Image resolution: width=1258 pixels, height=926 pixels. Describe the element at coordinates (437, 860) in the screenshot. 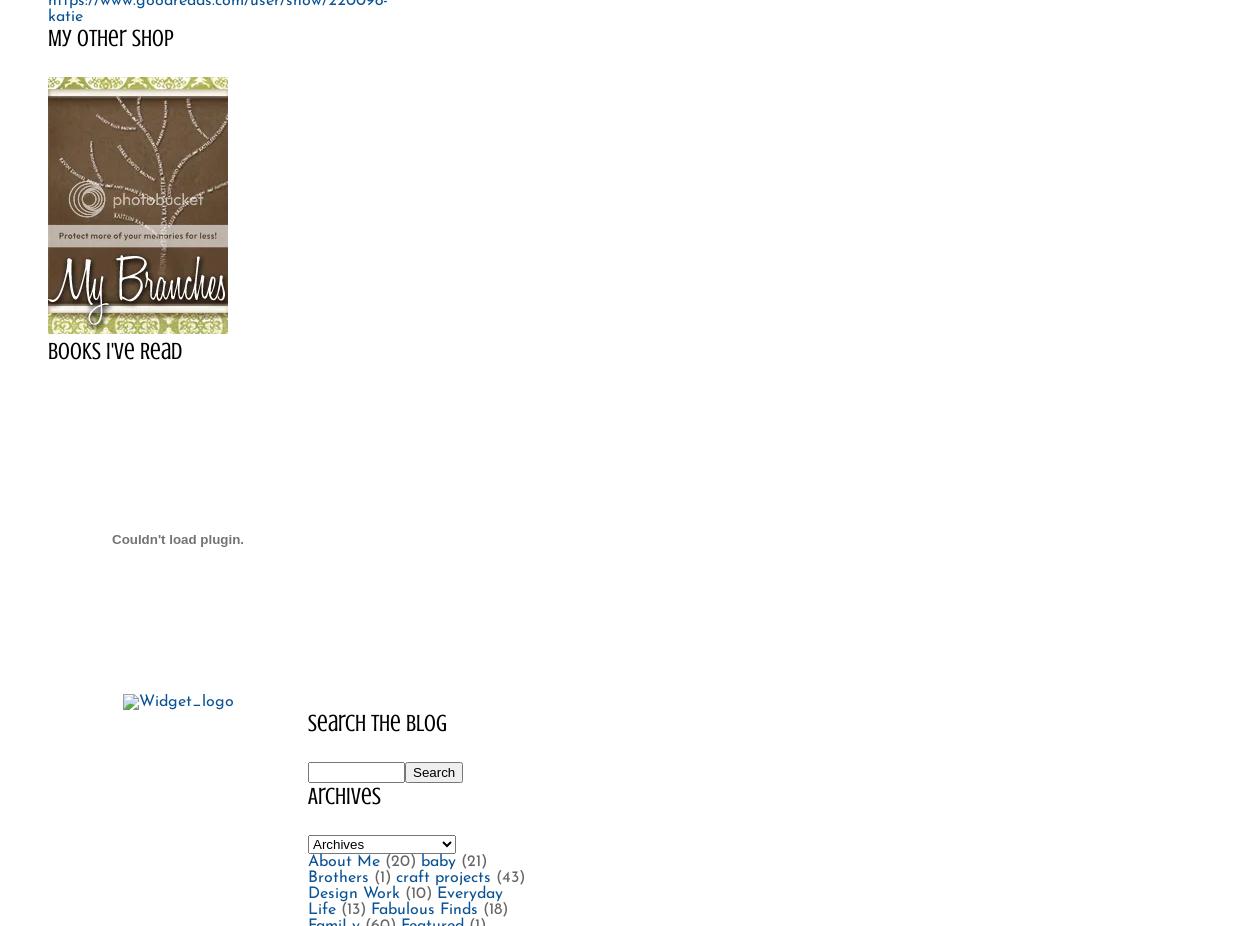

I see `'baby'` at that location.